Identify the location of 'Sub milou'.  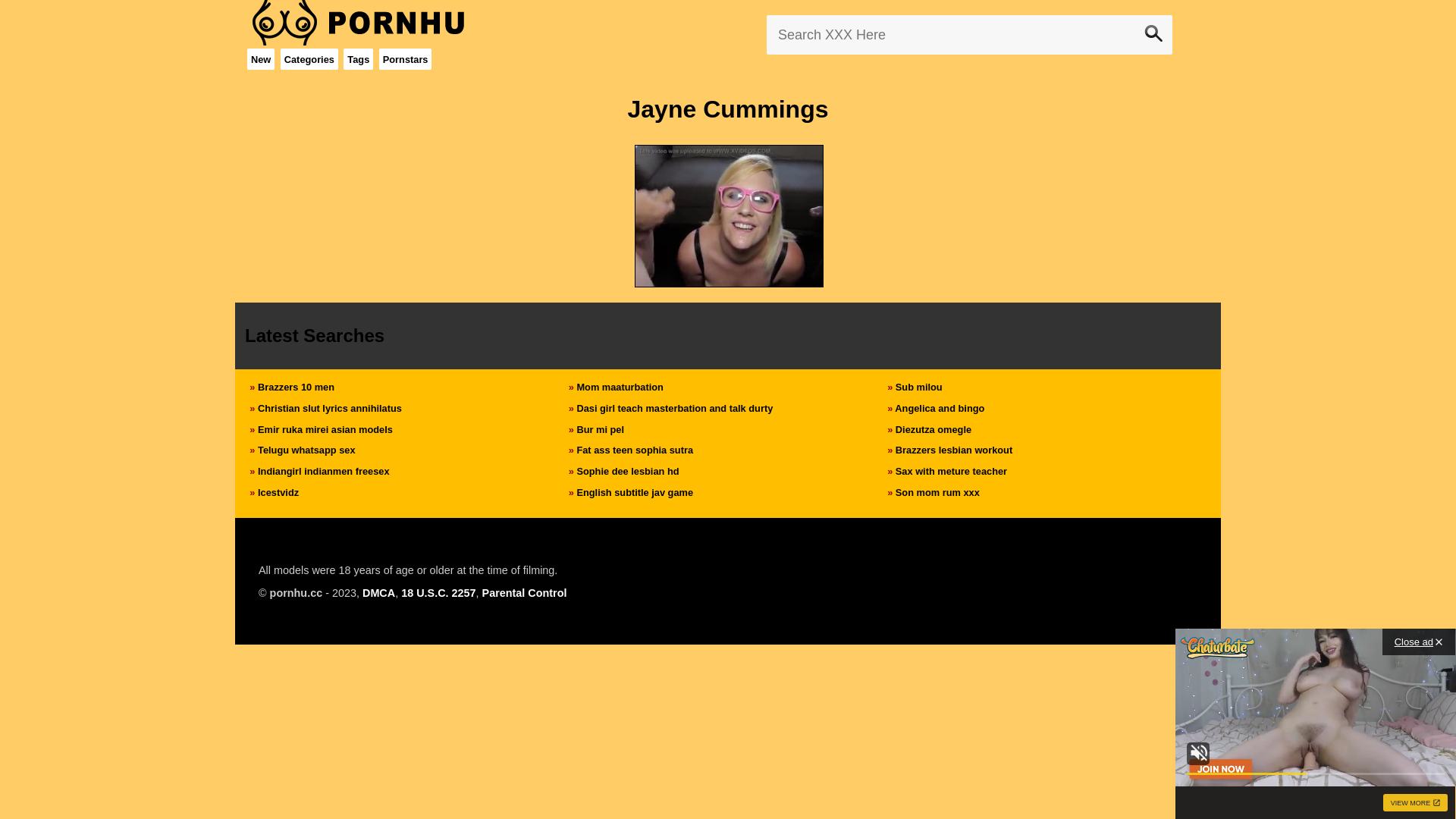
(918, 386).